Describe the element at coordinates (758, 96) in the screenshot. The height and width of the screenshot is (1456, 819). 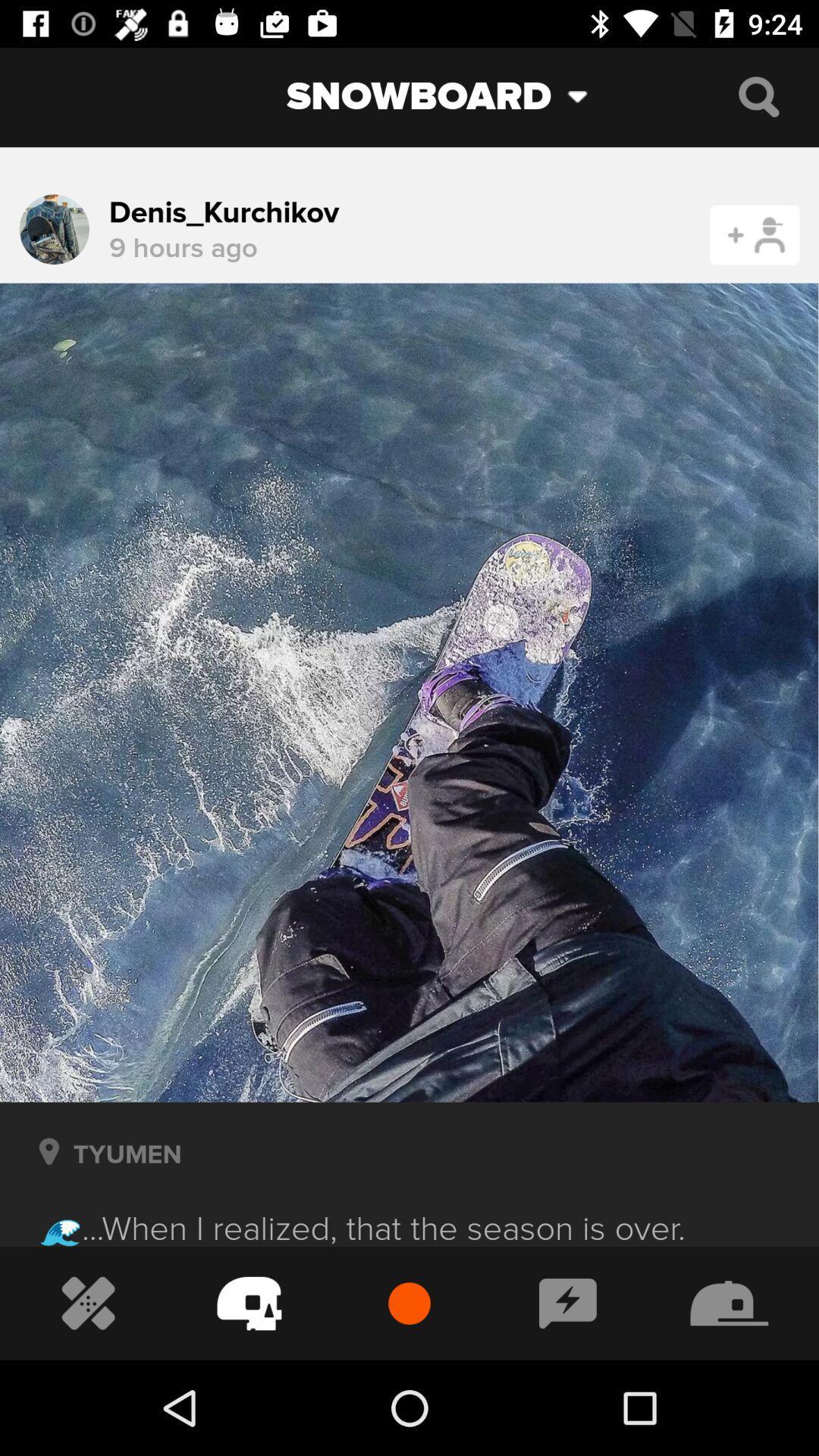
I see `the search icon` at that location.